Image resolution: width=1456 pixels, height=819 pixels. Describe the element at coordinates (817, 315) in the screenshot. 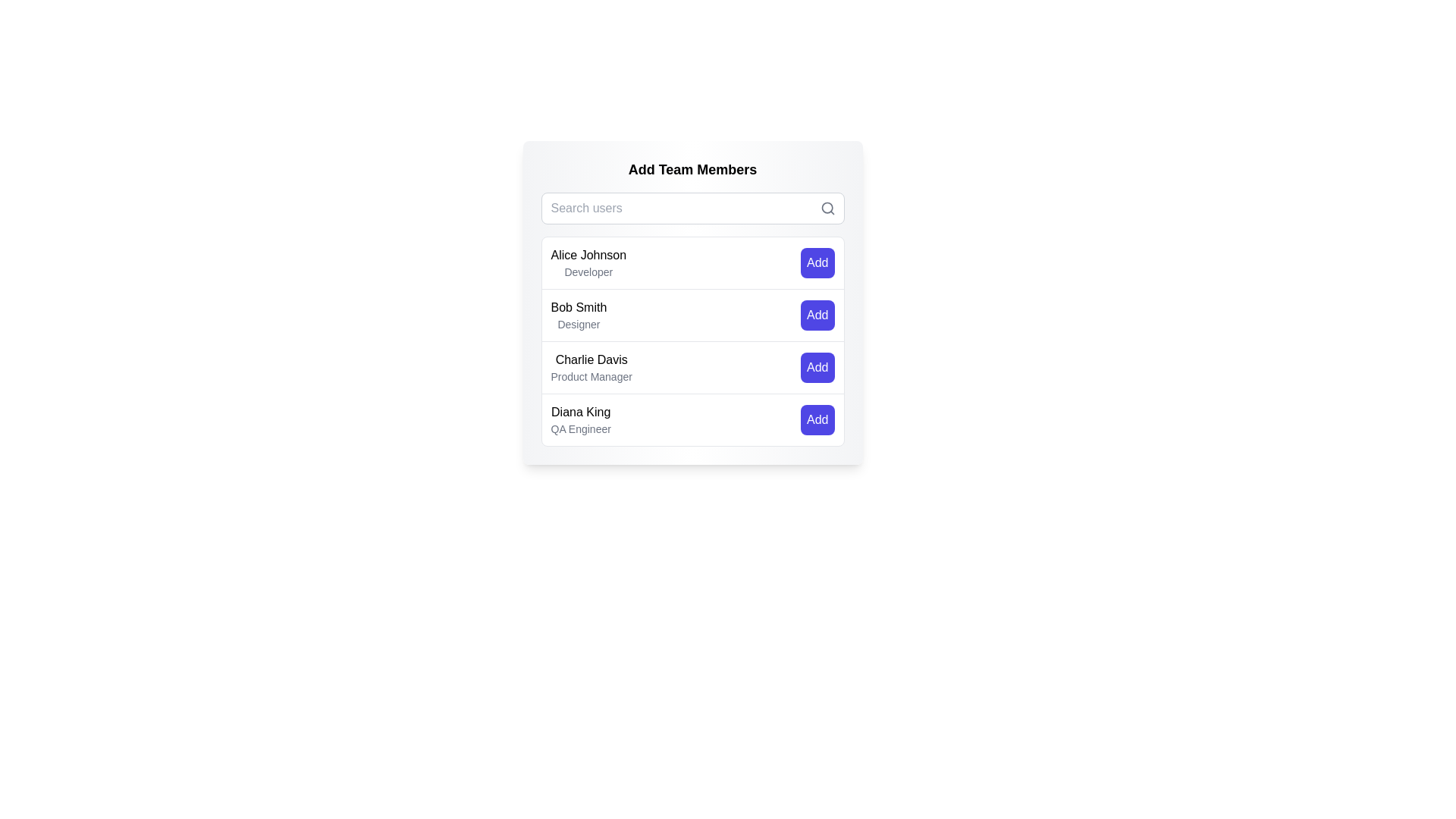

I see `the 'Add' button with a blue background and white text, positioned to the right of 'Bob Smith - Designer', to observe any interactive styling changes` at that location.